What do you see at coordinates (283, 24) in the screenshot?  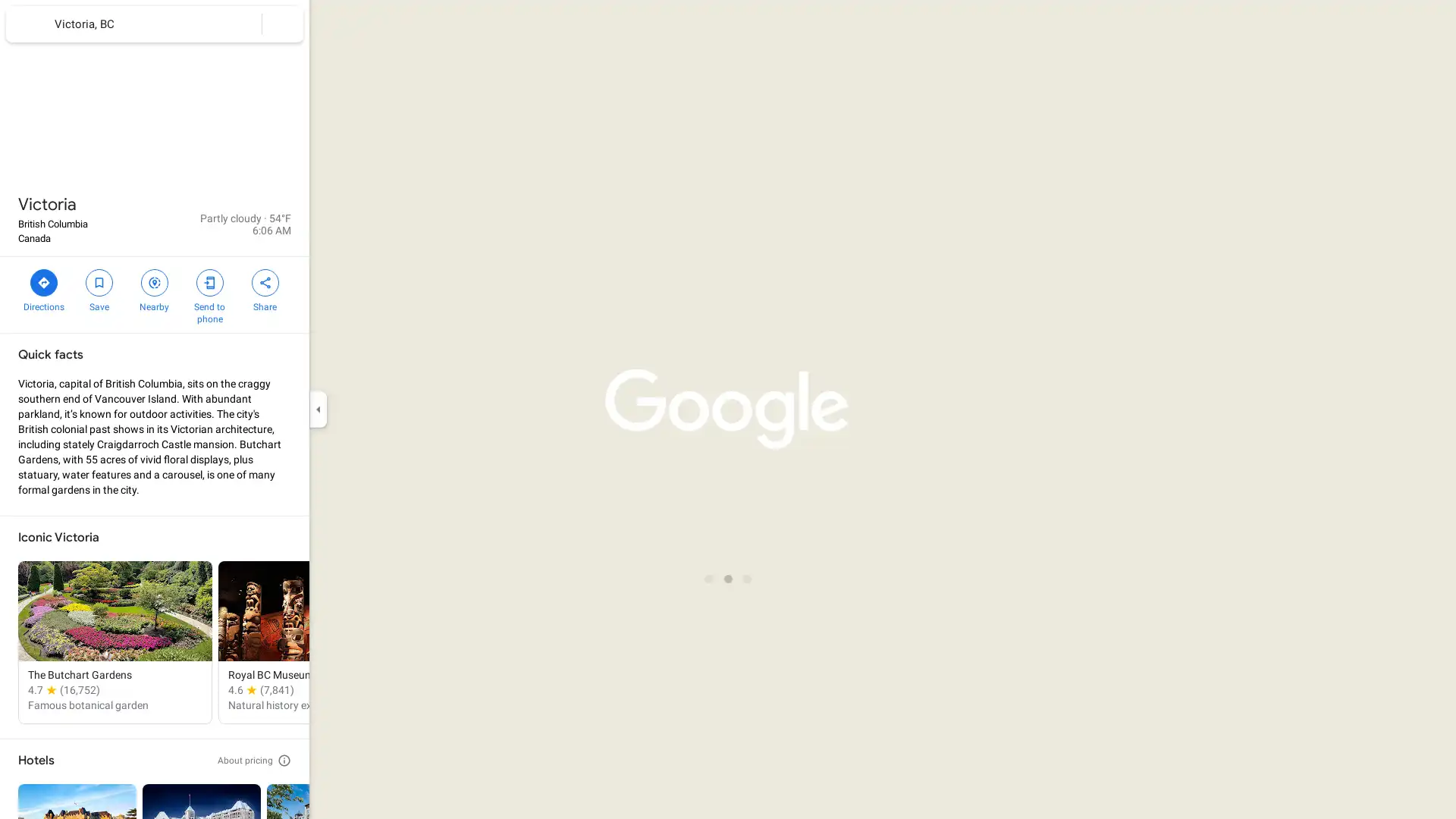 I see `Clear search` at bounding box center [283, 24].